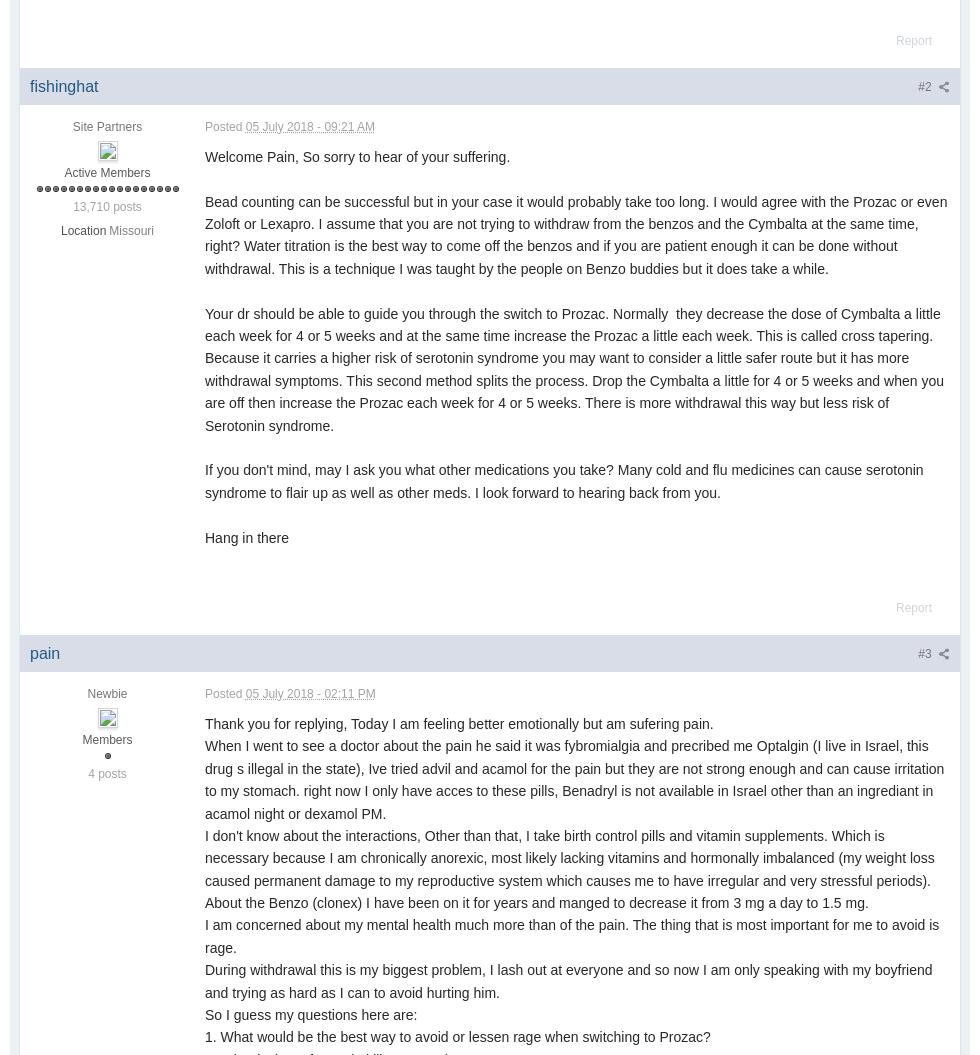 Image resolution: width=980 pixels, height=1055 pixels. I want to click on 'fishinghat', so click(62, 85).